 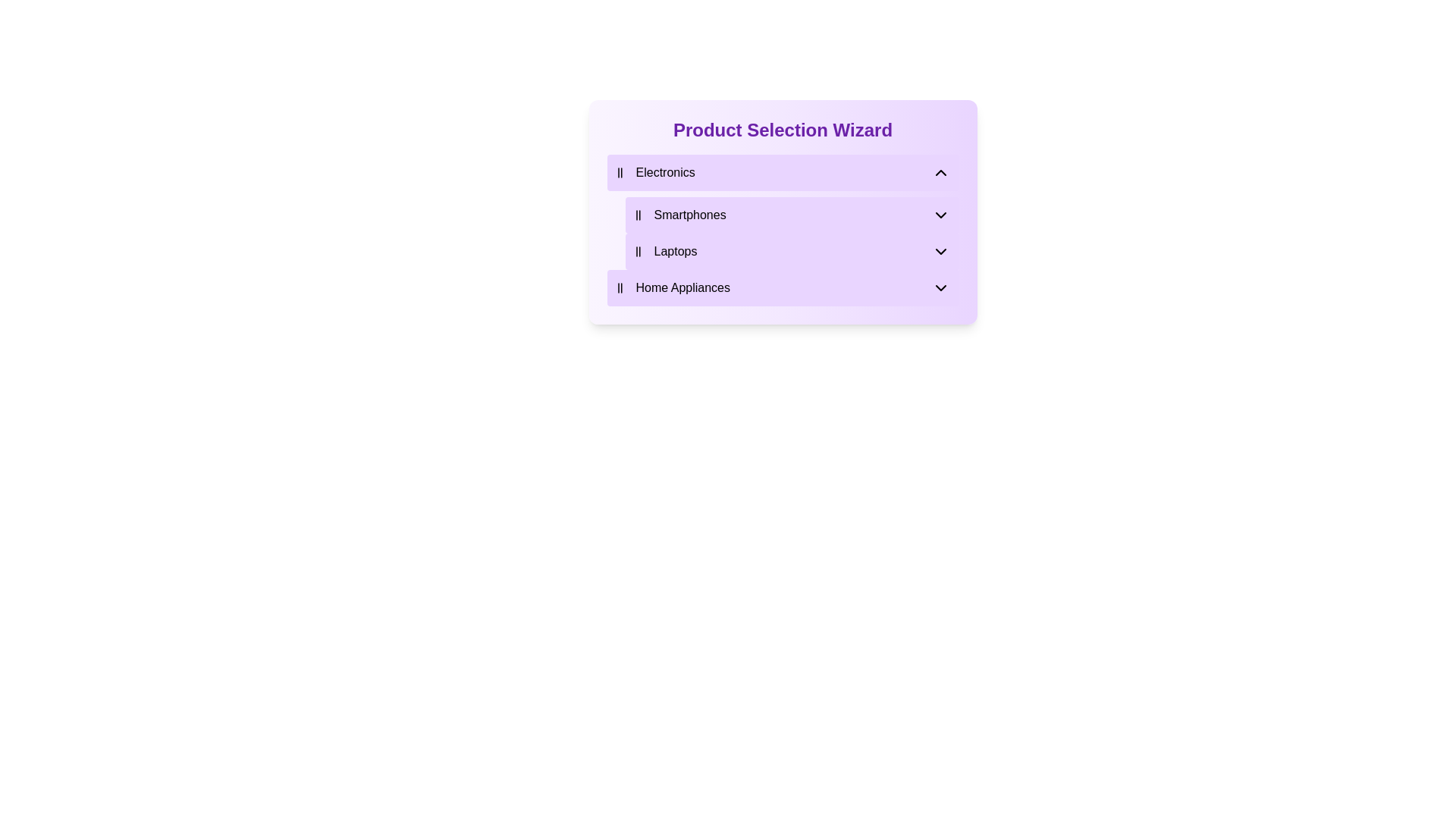 I want to click on the 'Laptops' text label with an associated tally marks icon, located within the 'Product Selection Wizard' under 'Electronics', so click(x=666, y=250).